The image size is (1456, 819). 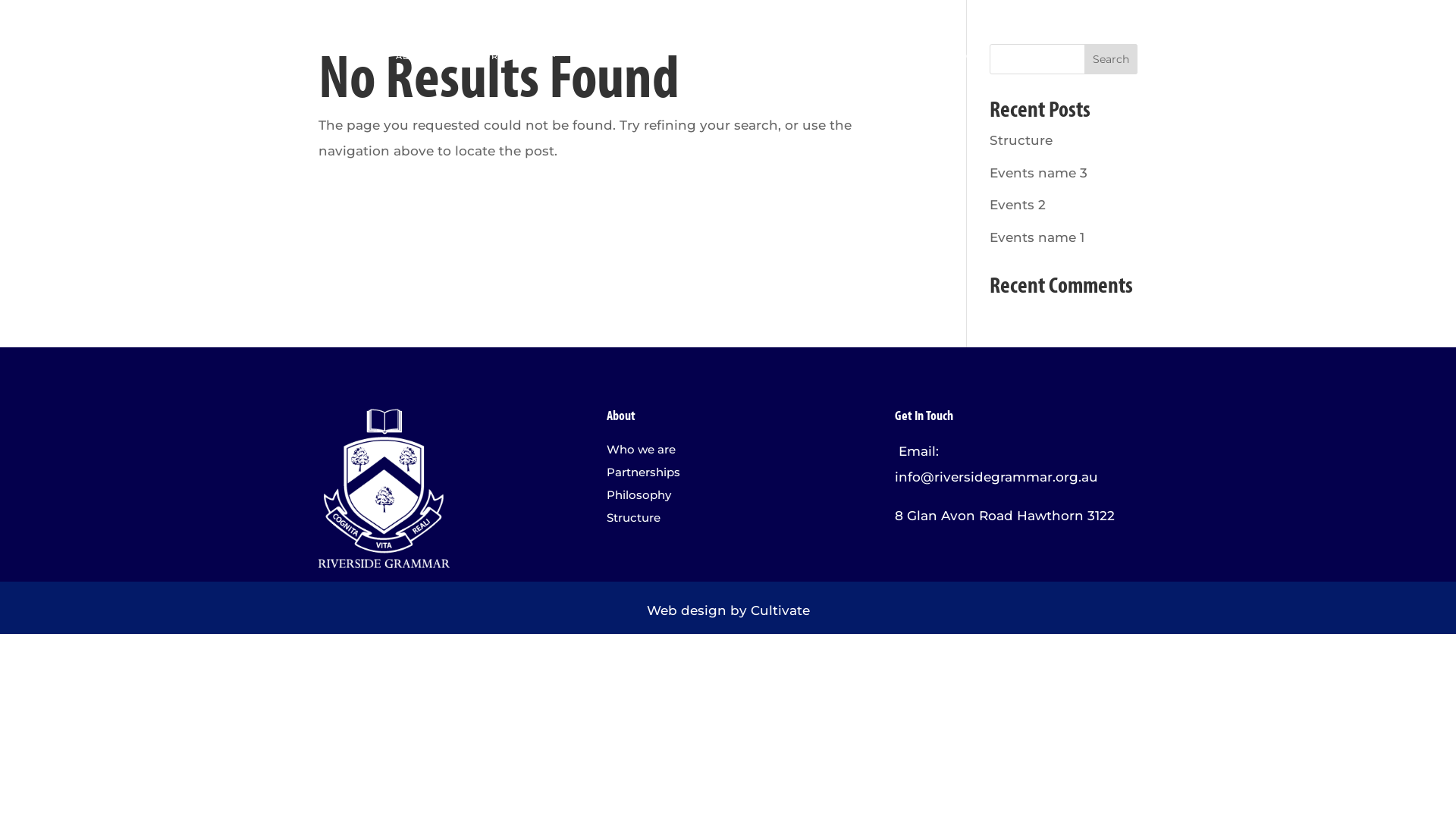 What do you see at coordinates (1018, 205) in the screenshot?
I see `'Events 2'` at bounding box center [1018, 205].